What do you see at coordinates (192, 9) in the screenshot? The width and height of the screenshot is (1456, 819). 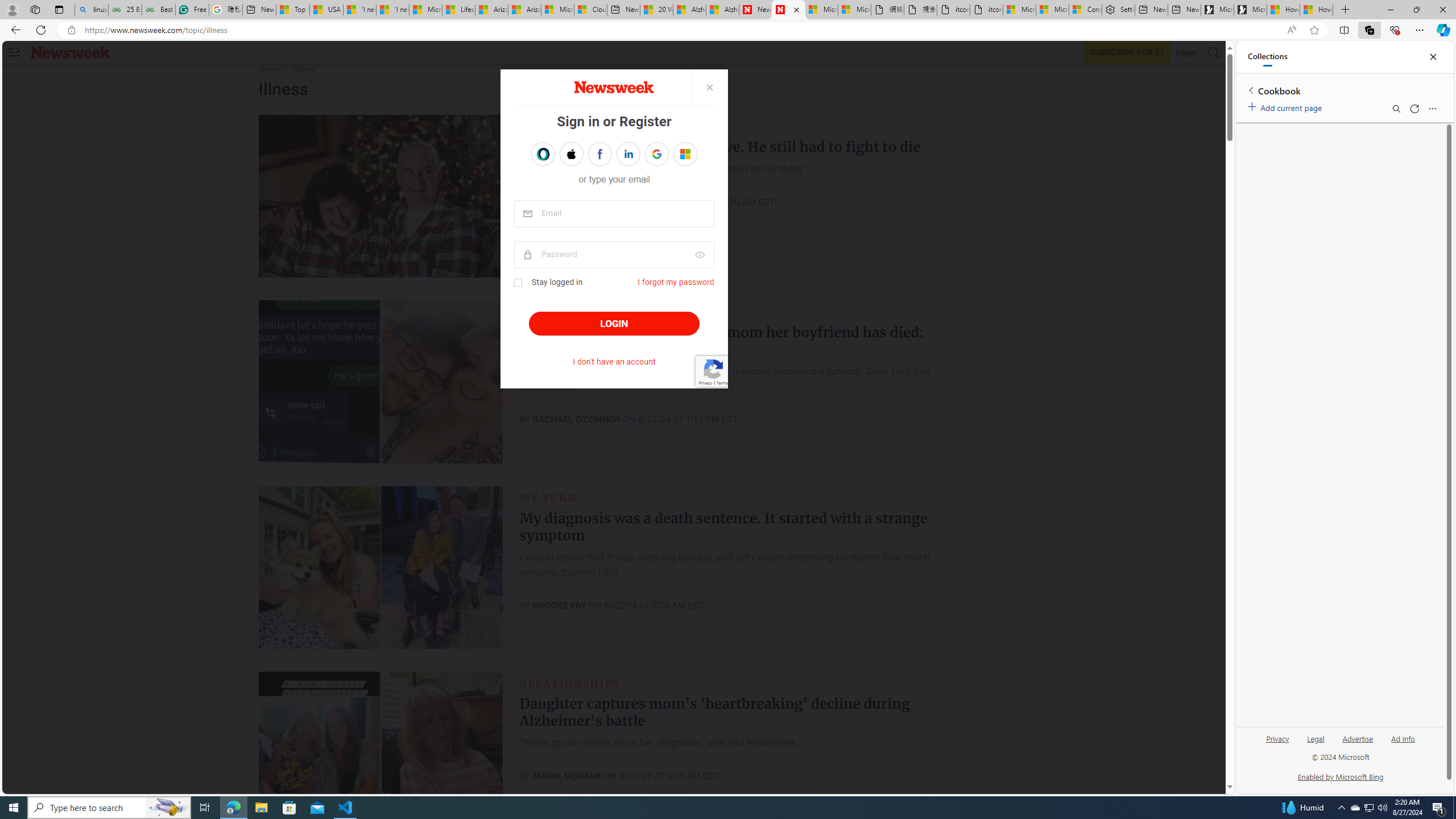 I see `'Free AI Writing Assistance for Students | Grammarly'` at bounding box center [192, 9].